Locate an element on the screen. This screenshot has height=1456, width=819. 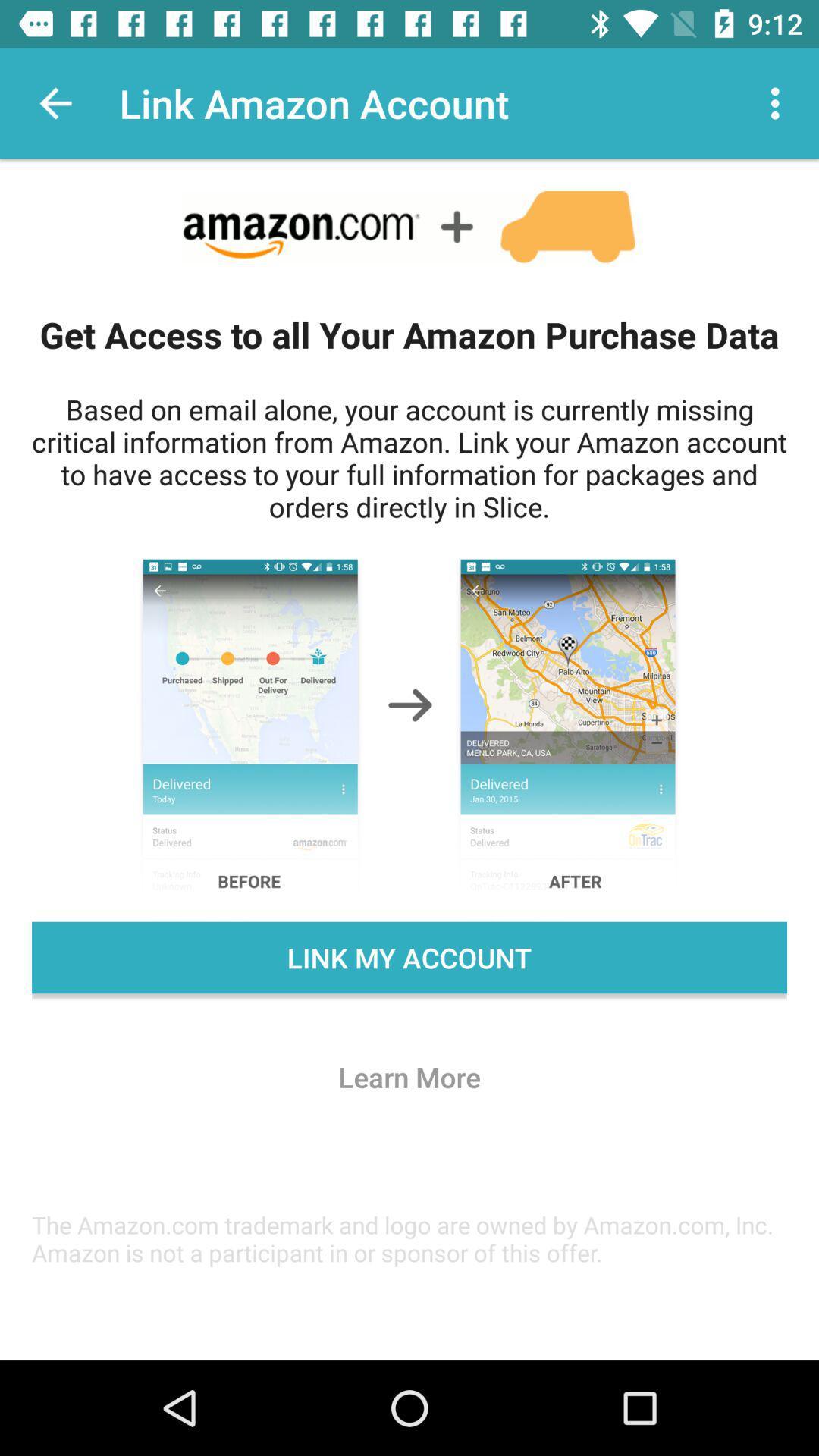
the app to the left of link amazon account app is located at coordinates (55, 102).